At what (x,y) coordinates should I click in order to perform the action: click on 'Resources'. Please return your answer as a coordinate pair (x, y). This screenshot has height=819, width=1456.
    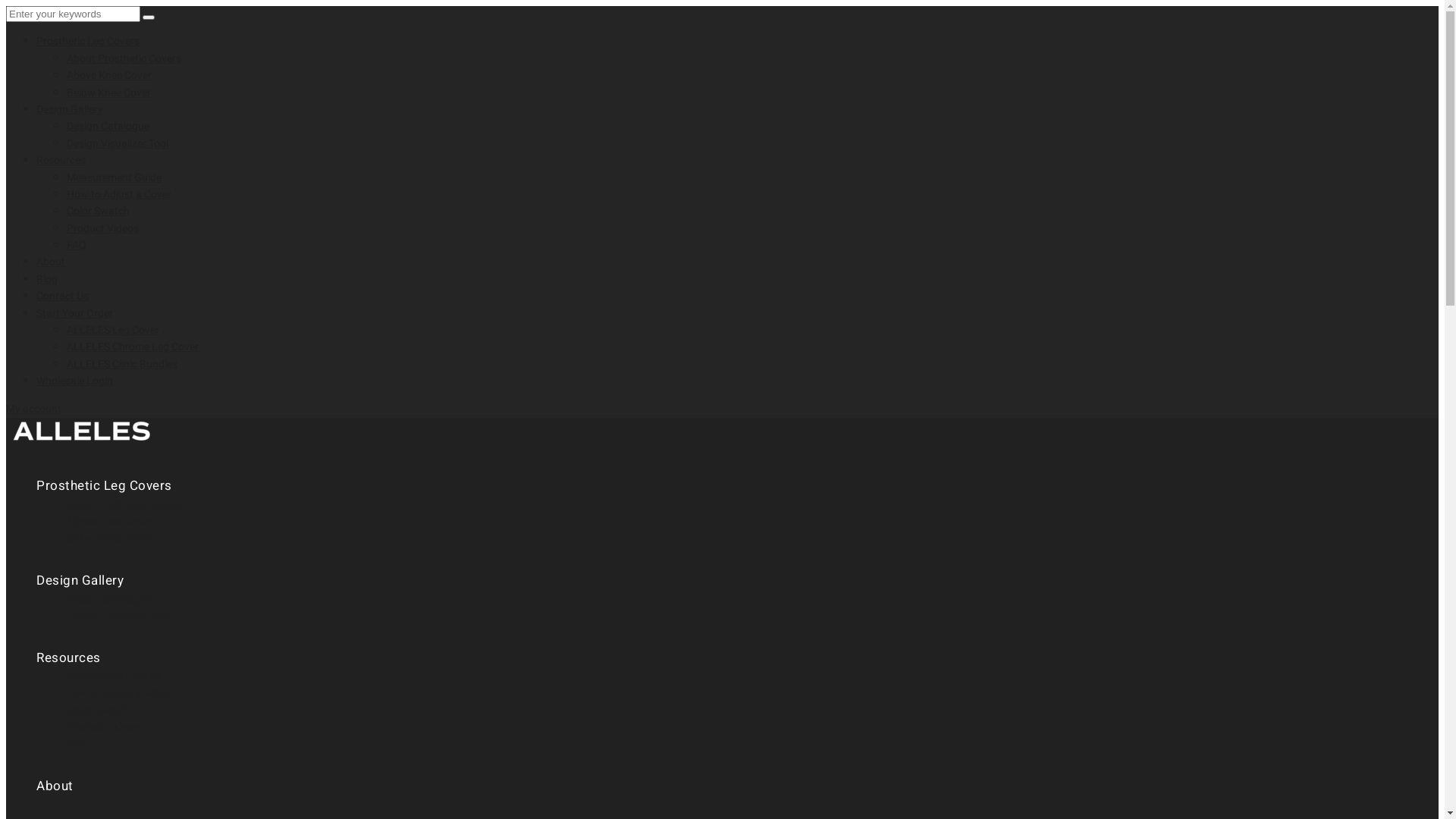
    Looking at the image, I should click on (61, 160).